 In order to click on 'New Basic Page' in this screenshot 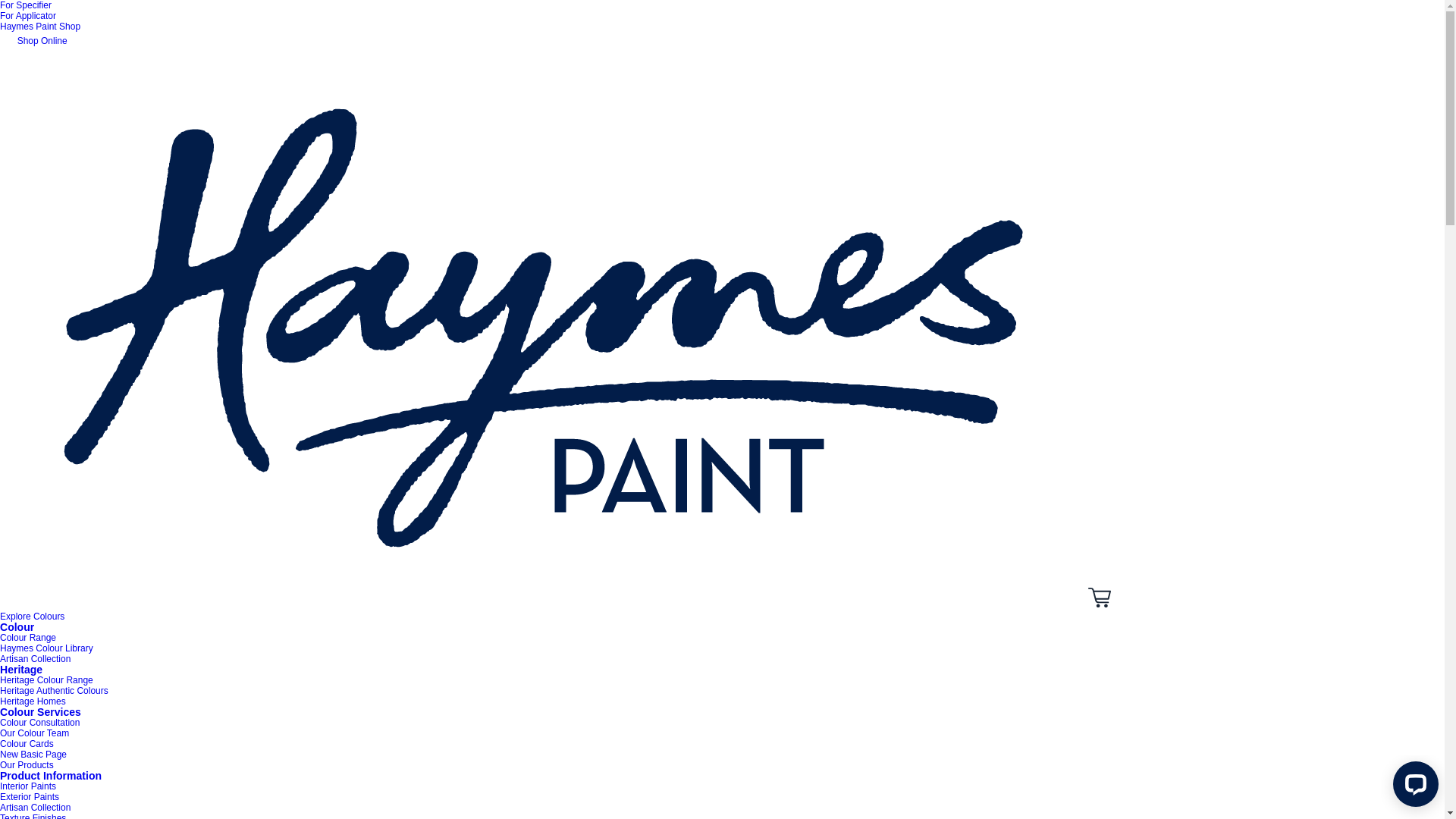, I will do `click(33, 755)`.